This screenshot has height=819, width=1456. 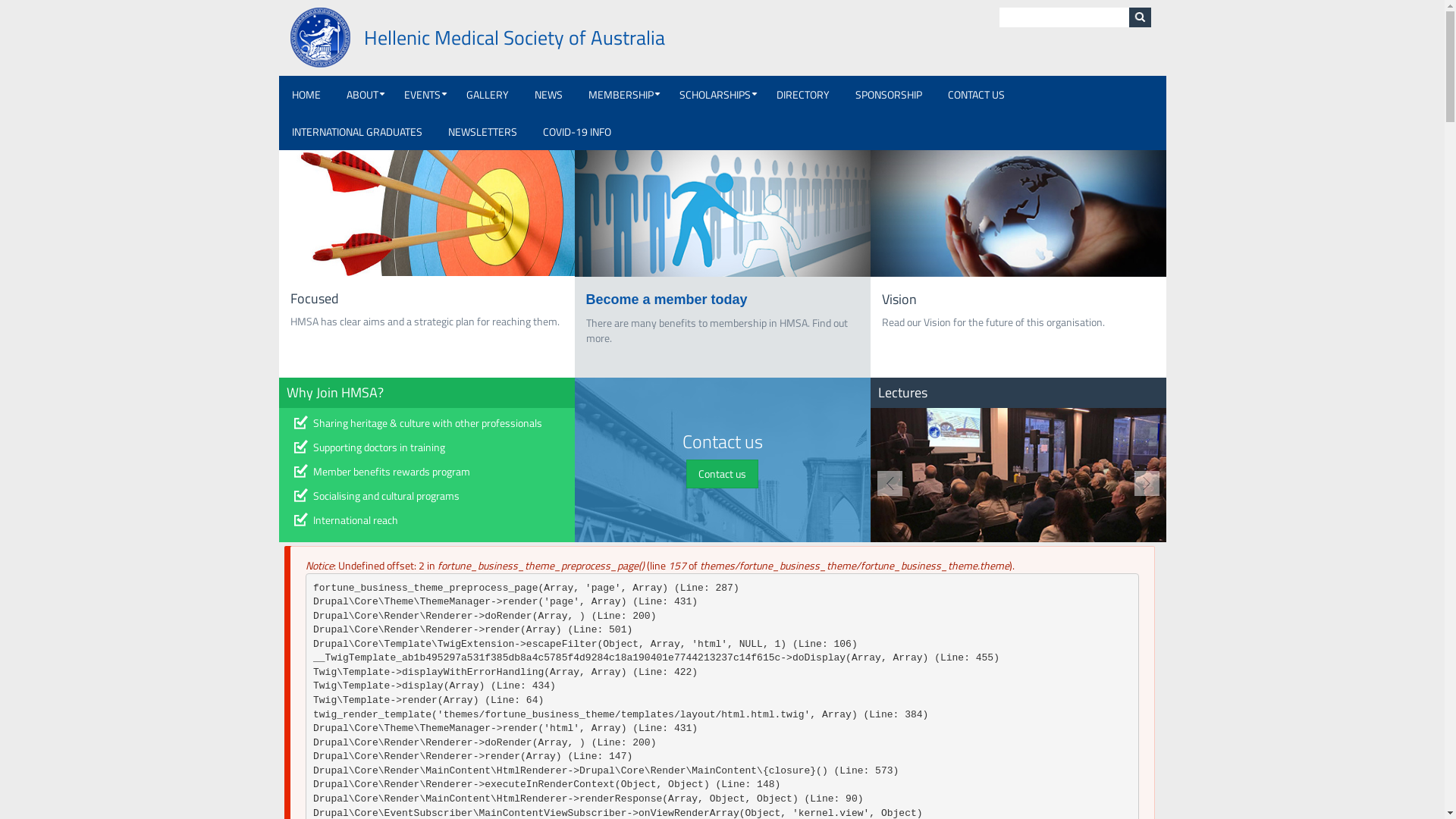 I want to click on 'Enter the terms you wish to search for.', so click(x=1063, y=17).